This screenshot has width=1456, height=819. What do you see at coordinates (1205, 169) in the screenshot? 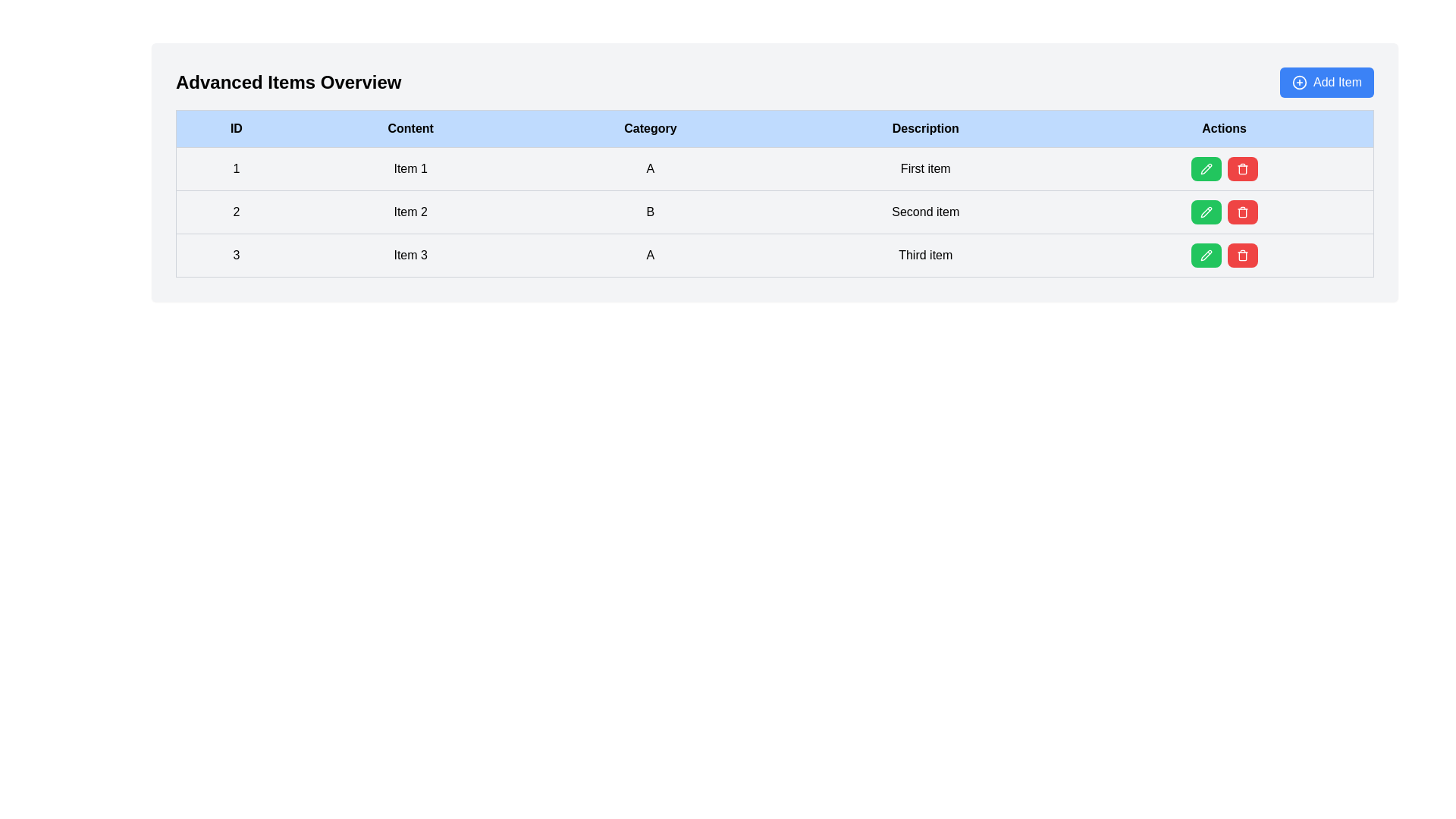
I see `the pencil-shaped icon within the green 'Edit' button in the 'Actions' column` at bounding box center [1205, 169].